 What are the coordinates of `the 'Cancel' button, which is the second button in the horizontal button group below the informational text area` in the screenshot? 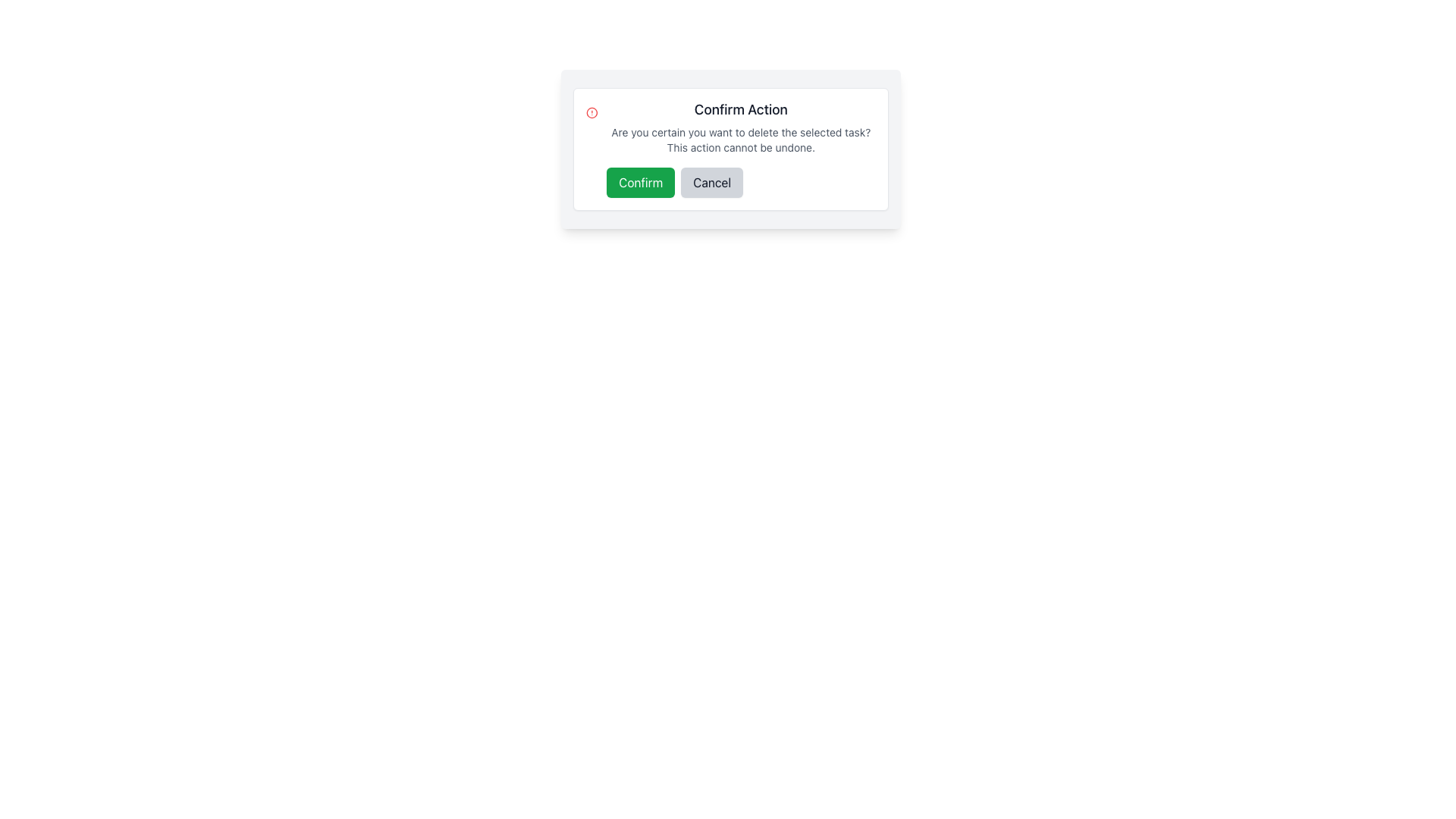 It's located at (711, 181).